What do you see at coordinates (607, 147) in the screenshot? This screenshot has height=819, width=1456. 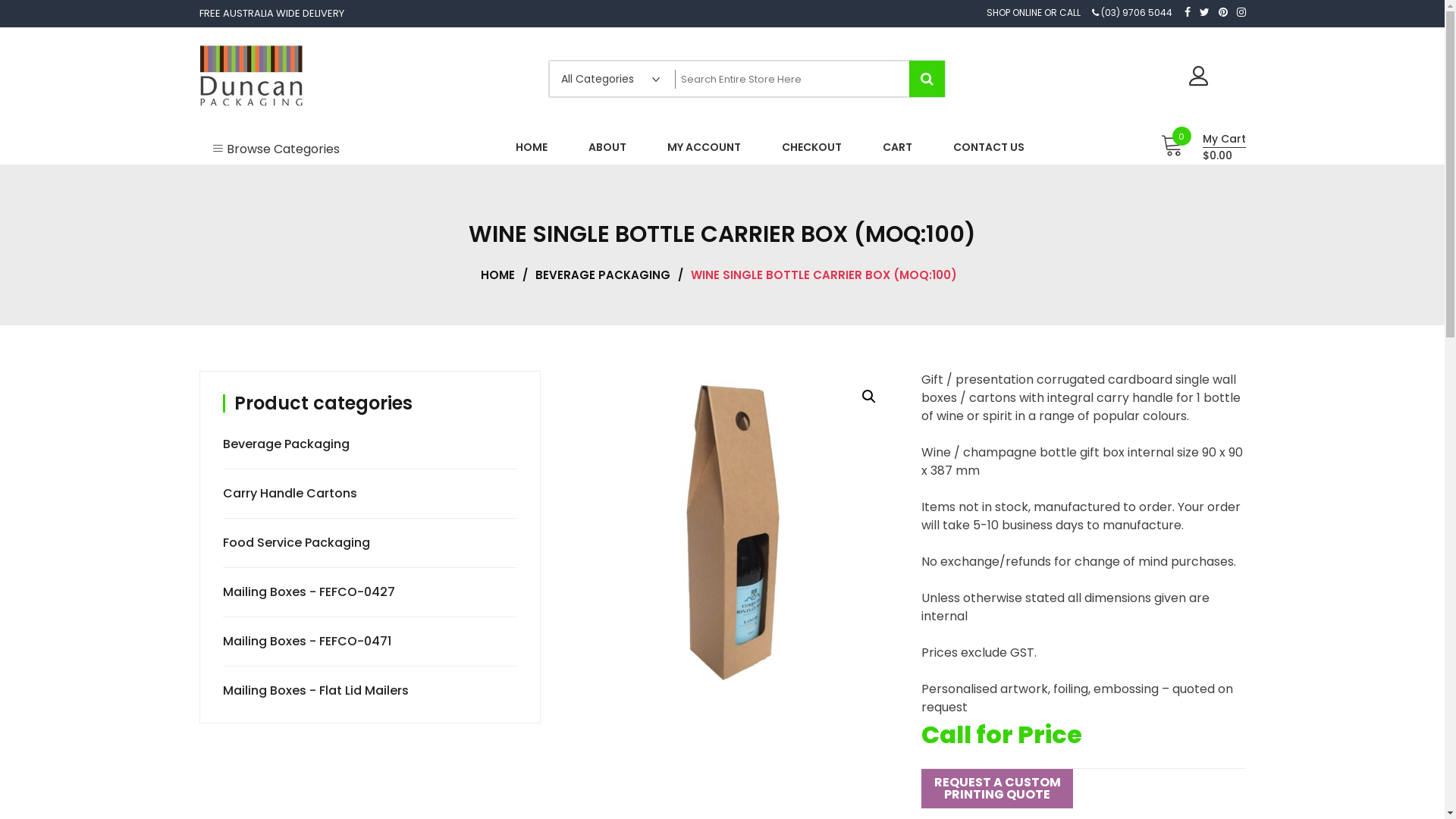 I see `'ABOUT'` at bounding box center [607, 147].